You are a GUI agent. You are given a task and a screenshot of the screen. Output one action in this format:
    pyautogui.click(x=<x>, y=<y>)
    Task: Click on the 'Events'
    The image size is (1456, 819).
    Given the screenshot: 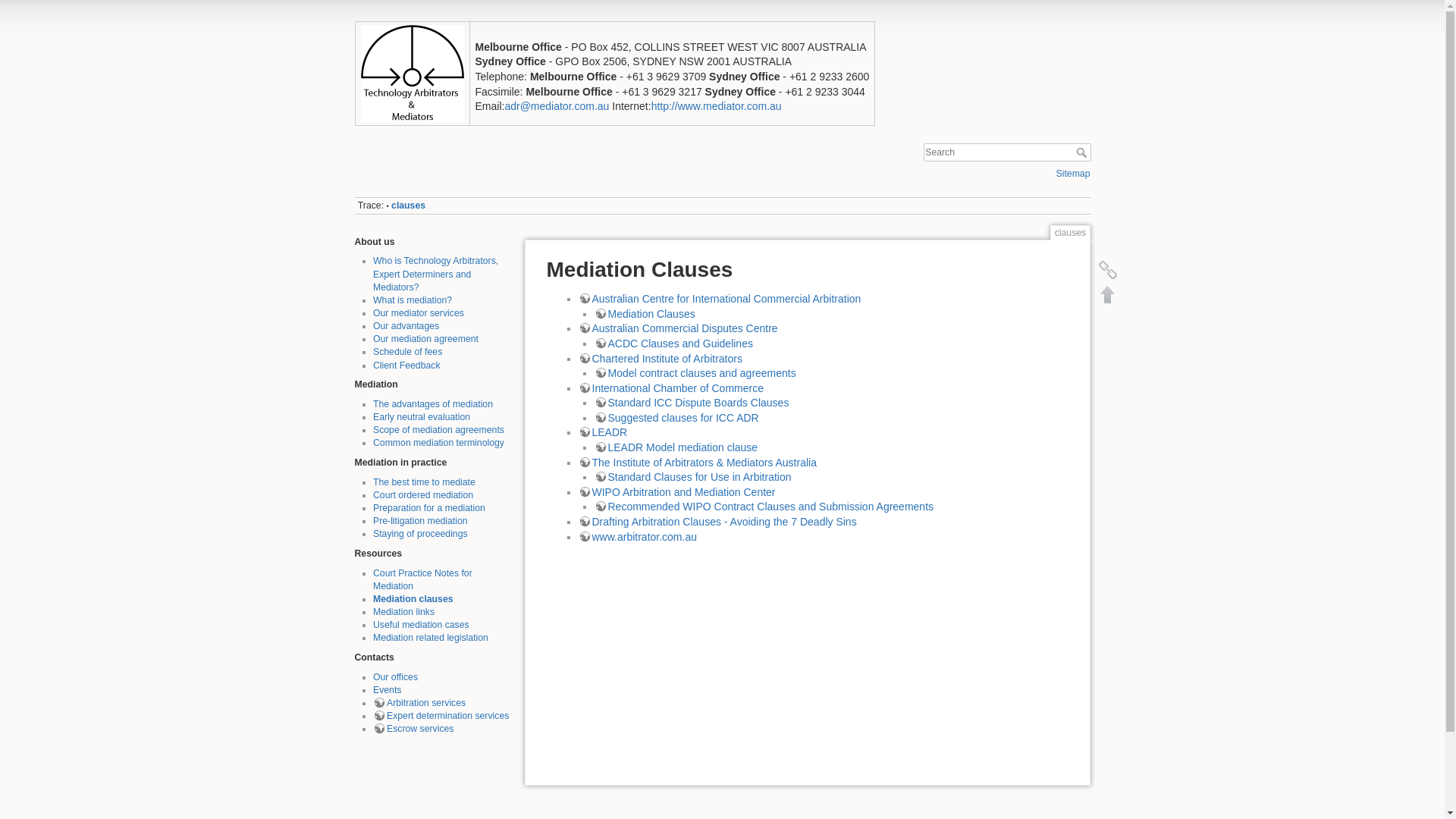 What is the action you would take?
    pyautogui.click(x=372, y=690)
    